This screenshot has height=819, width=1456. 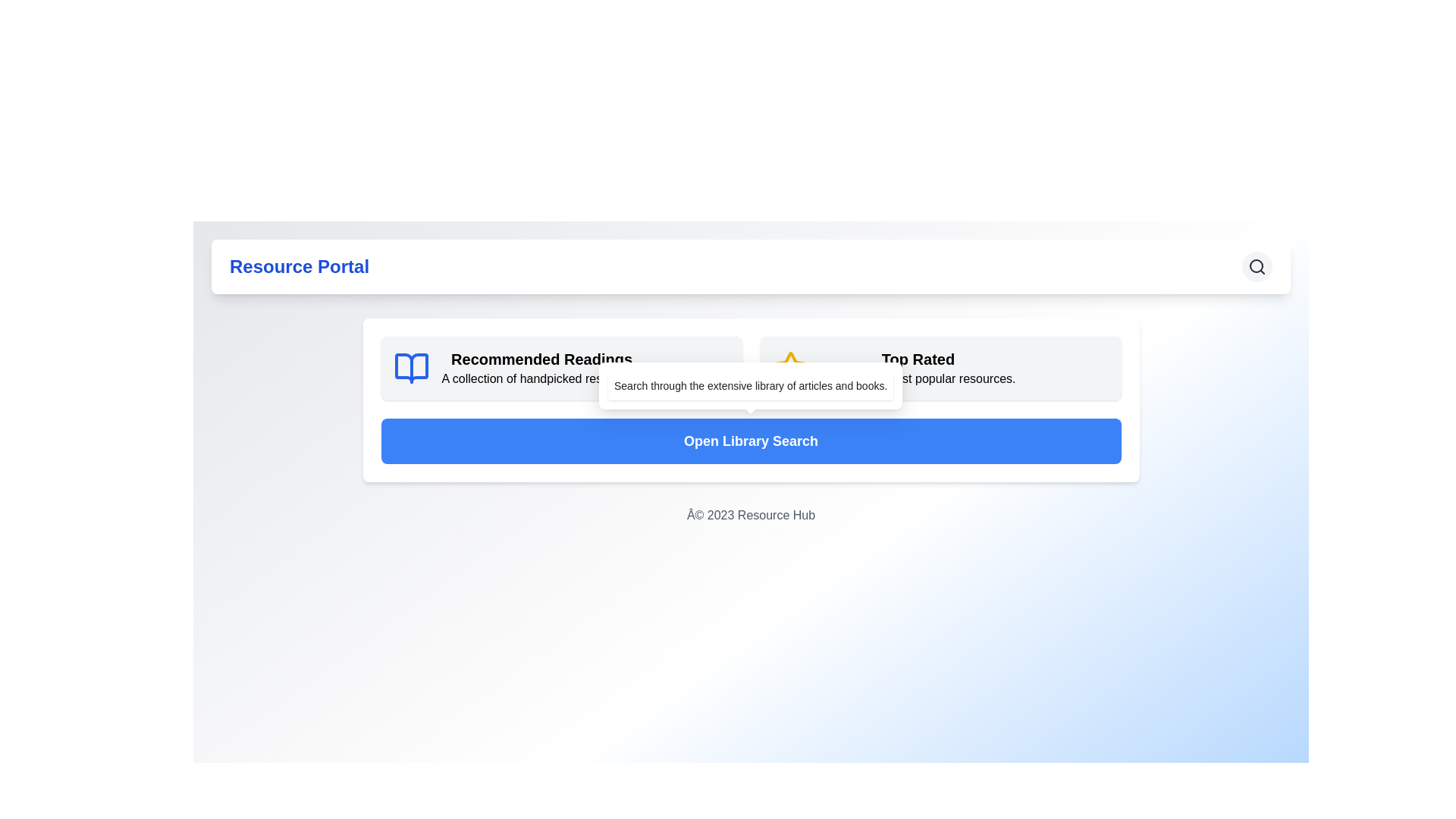 I want to click on the circular search button with a magnifying glass icon located at the top-right corner of the 'Resource Portal' bar, so click(x=1257, y=265).